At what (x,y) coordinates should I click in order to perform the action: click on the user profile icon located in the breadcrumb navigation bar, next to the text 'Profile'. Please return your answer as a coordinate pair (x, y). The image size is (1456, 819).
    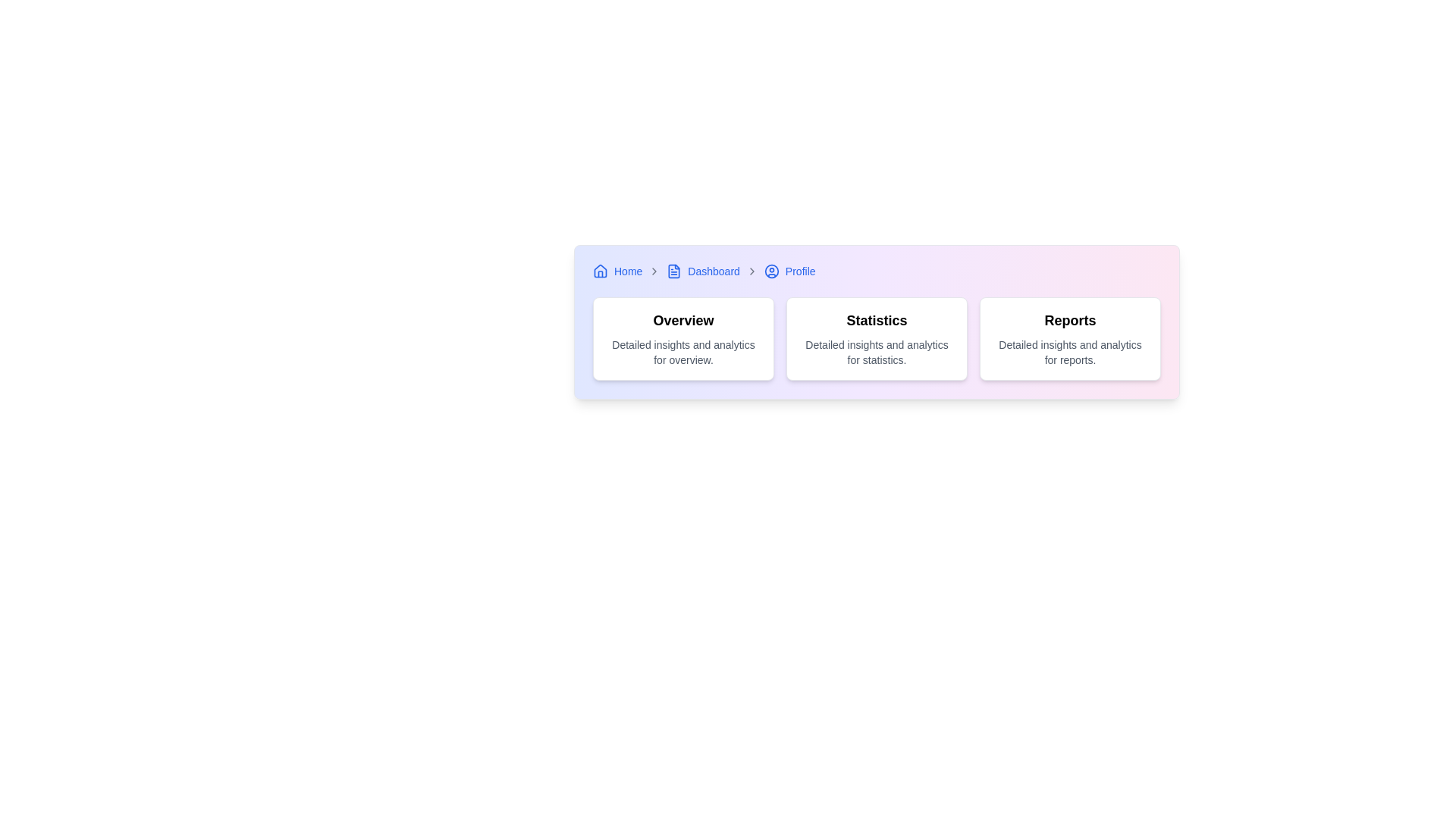
    Looking at the image, I should click on (771, 271).